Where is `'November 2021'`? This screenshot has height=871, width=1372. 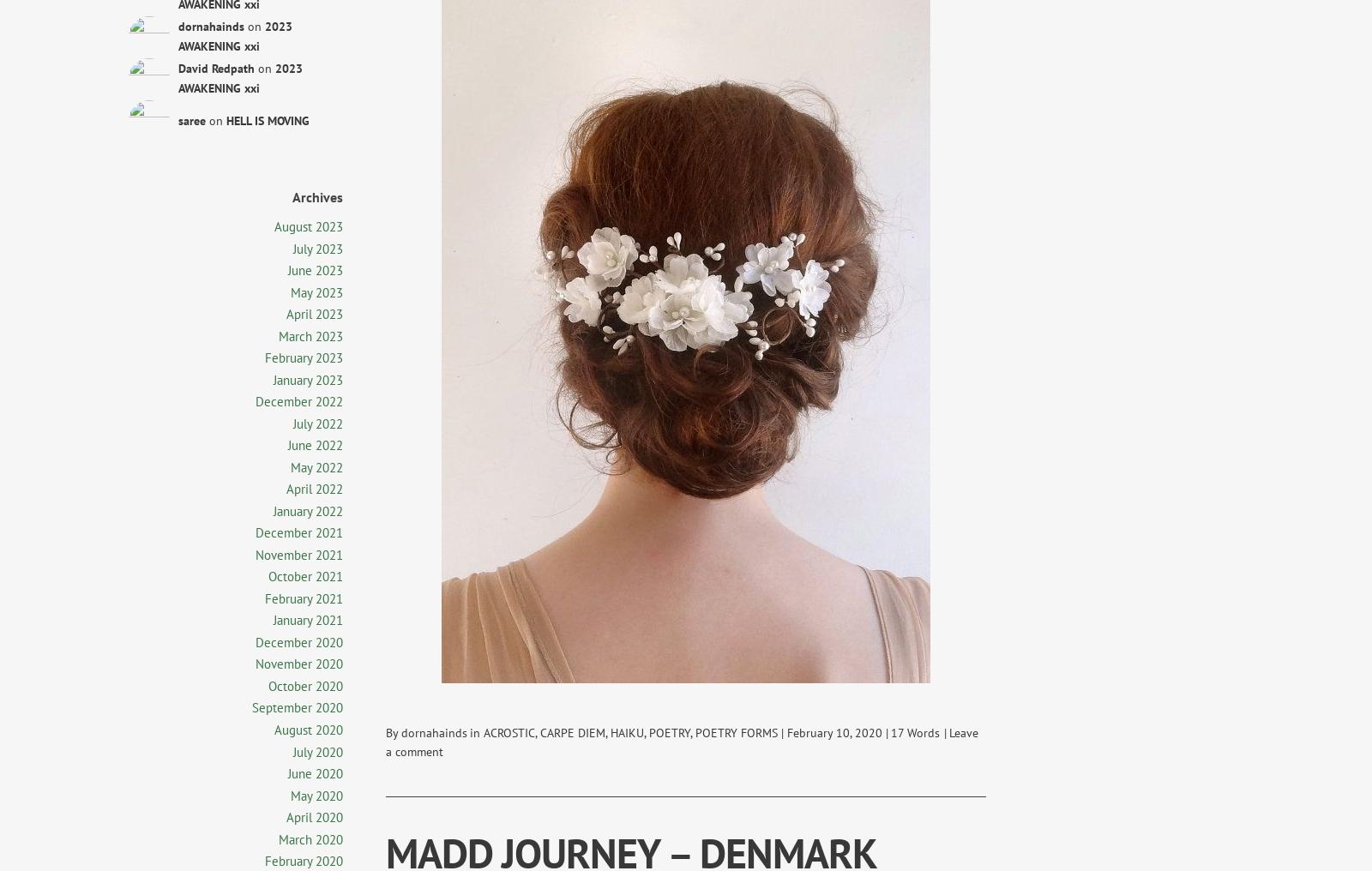
'November 2021' is located at coordinates (298, 553).